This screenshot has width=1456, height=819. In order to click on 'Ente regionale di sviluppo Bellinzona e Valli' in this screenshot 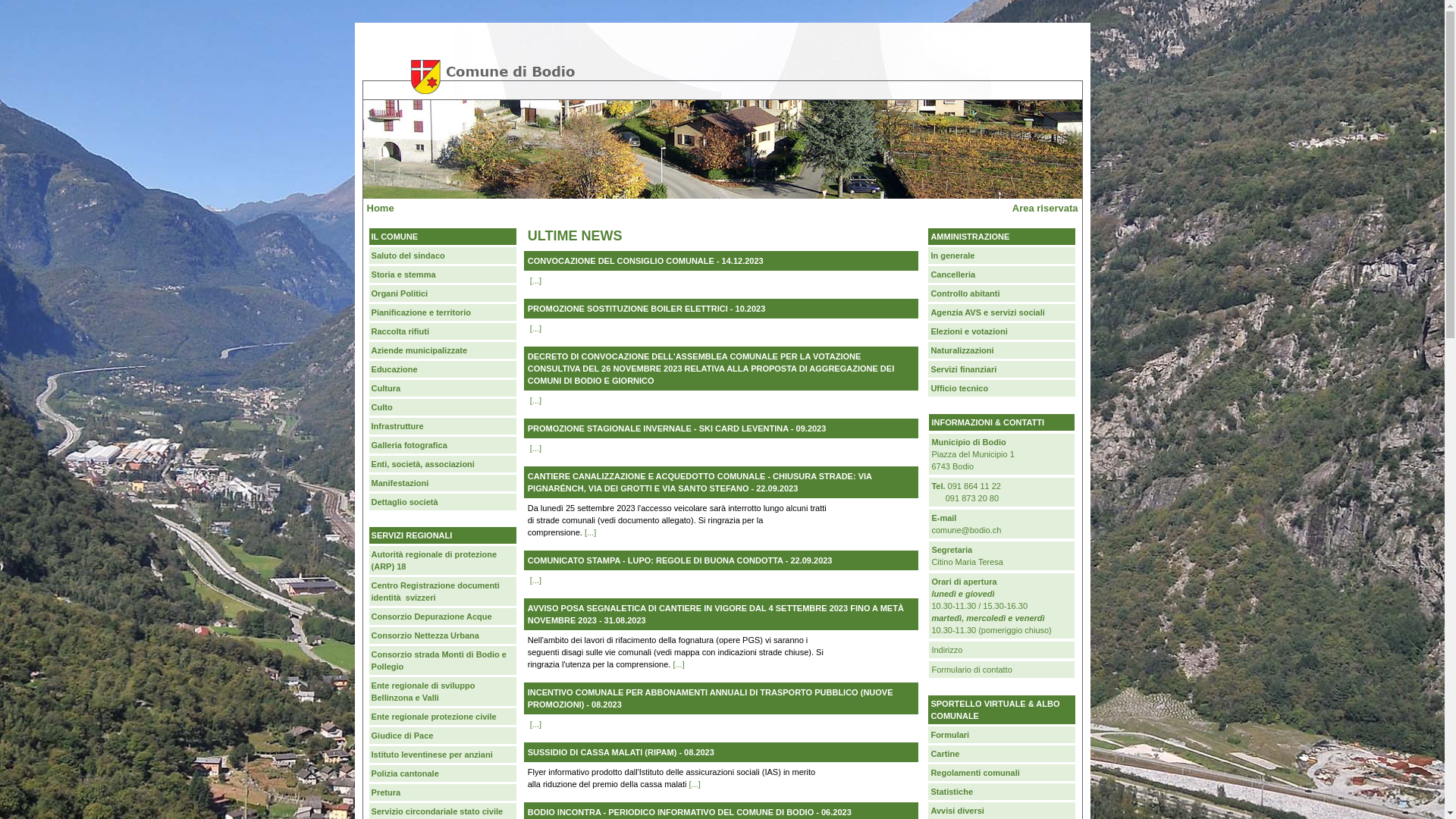, I will do `click(369, 691)`.